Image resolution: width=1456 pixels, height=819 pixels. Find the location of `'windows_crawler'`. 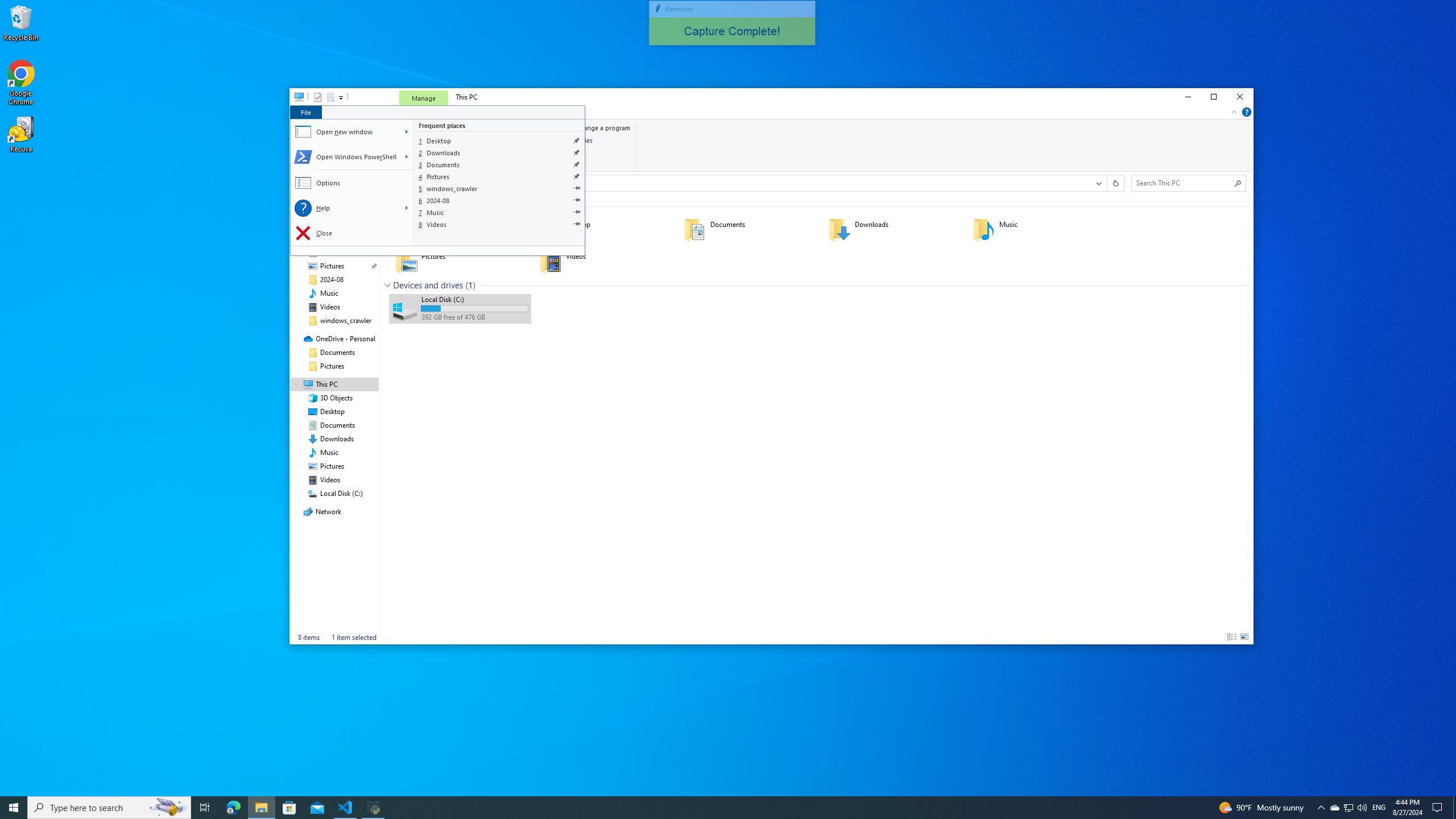

'windows_crawler' is located at coordinates (500, 188).